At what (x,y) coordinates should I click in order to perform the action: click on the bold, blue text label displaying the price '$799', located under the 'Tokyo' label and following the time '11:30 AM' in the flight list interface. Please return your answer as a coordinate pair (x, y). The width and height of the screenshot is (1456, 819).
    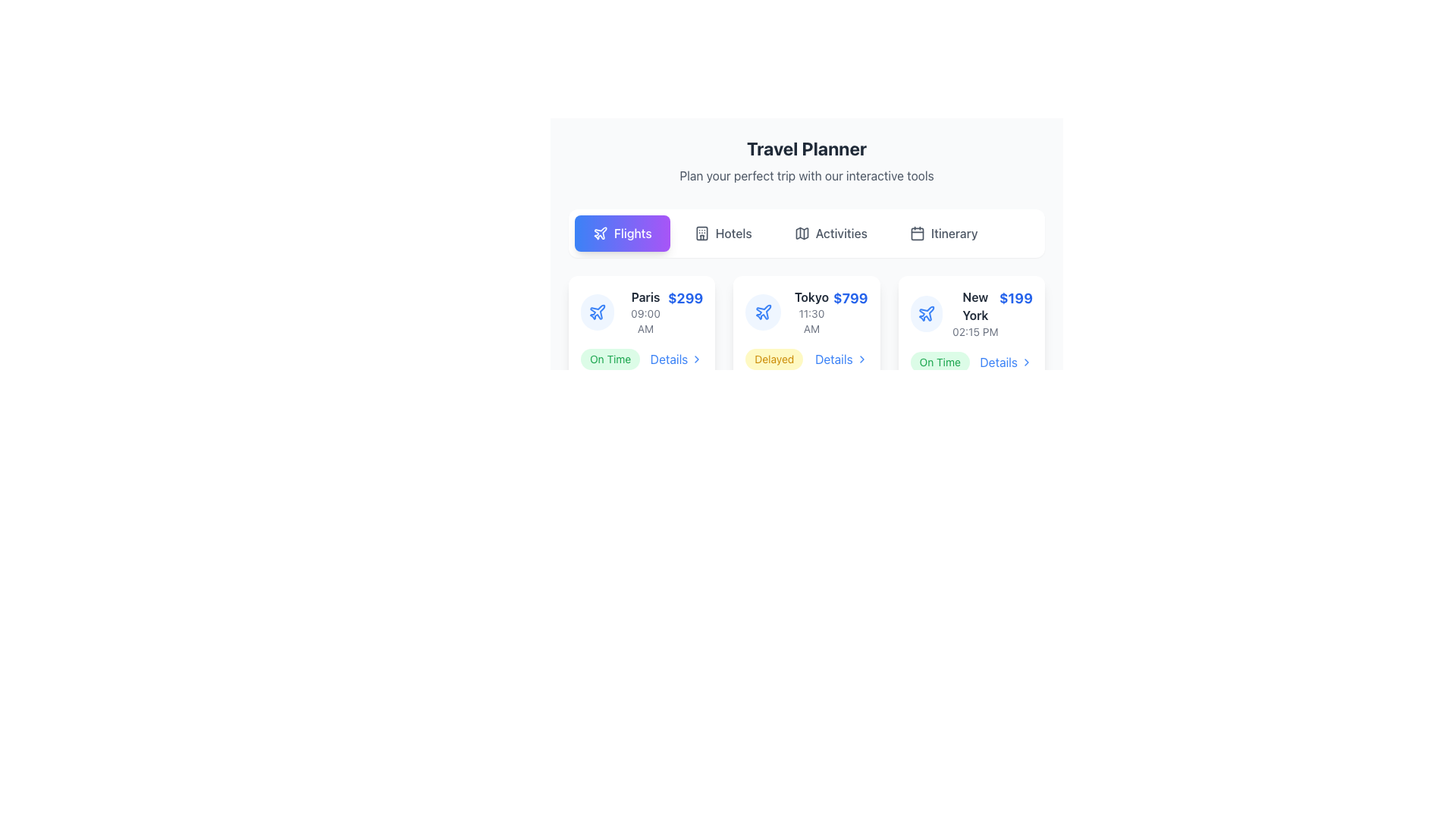
    Looking at the image, I should click on (850, 298).